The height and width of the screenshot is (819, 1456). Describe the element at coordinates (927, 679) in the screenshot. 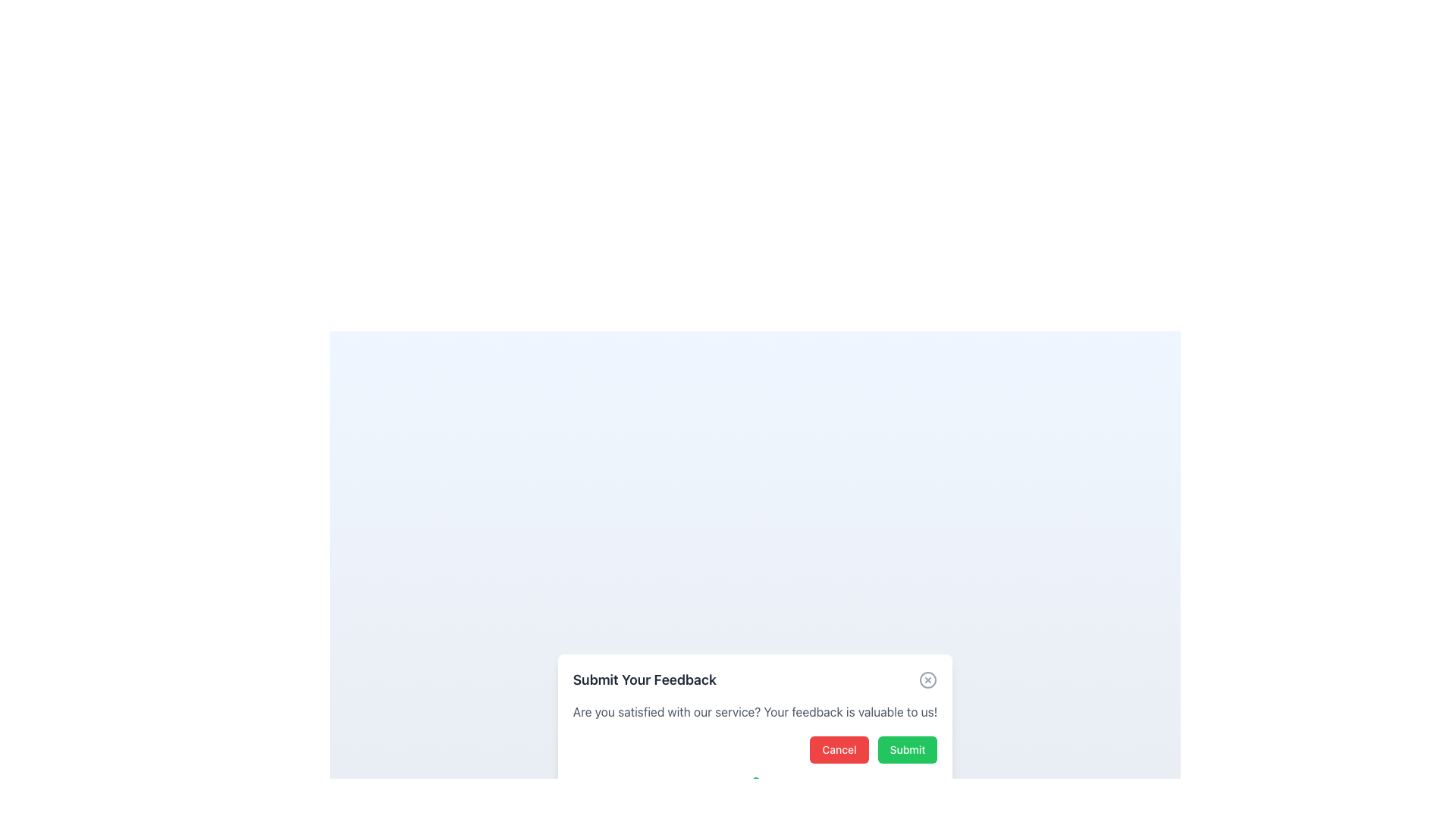

I see `the gray circular outline button with an 'X' symbol inside, located in the top-right corner of the 'Submit Your Feedback' modal` at that location.